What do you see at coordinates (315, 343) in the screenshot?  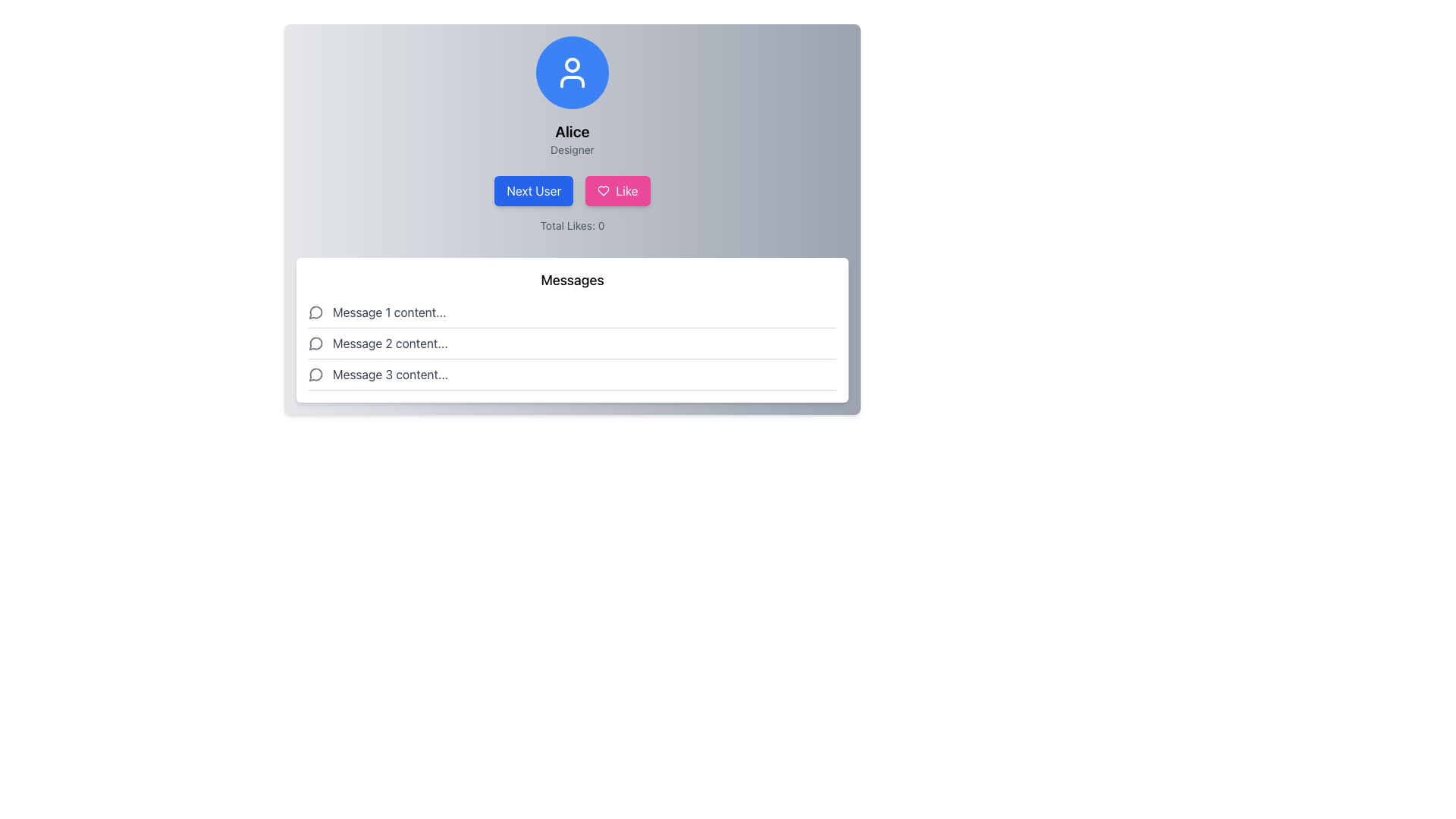 I see `the message indicator icon located to the left of the text 'Message 2 content...' in the message list` at bounding box center [315, 343].